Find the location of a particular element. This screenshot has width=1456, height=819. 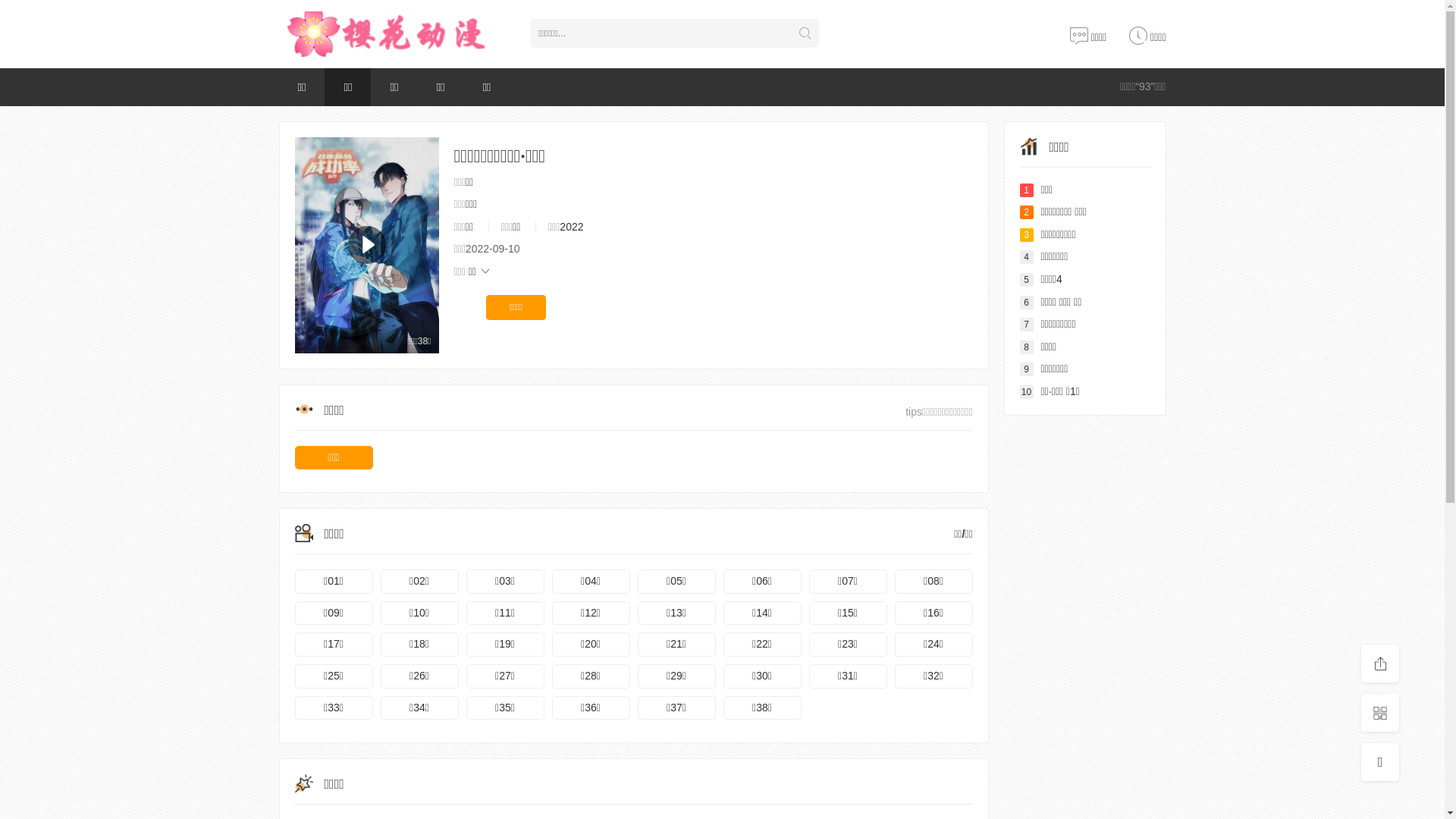

'2022' is located at coordinates (570, 227).